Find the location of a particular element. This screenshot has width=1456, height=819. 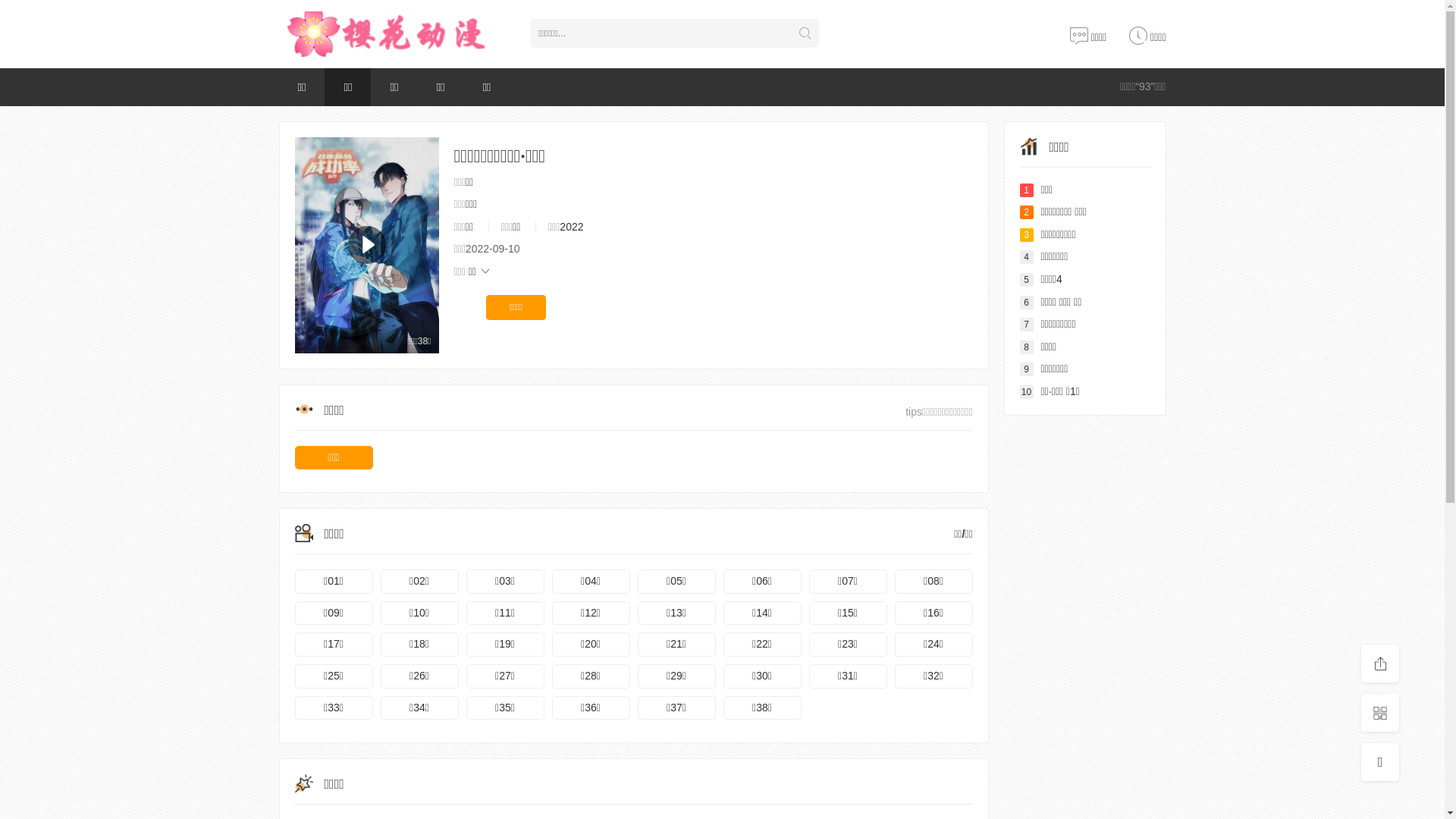

'2022' is located at coordinates (570, 227).